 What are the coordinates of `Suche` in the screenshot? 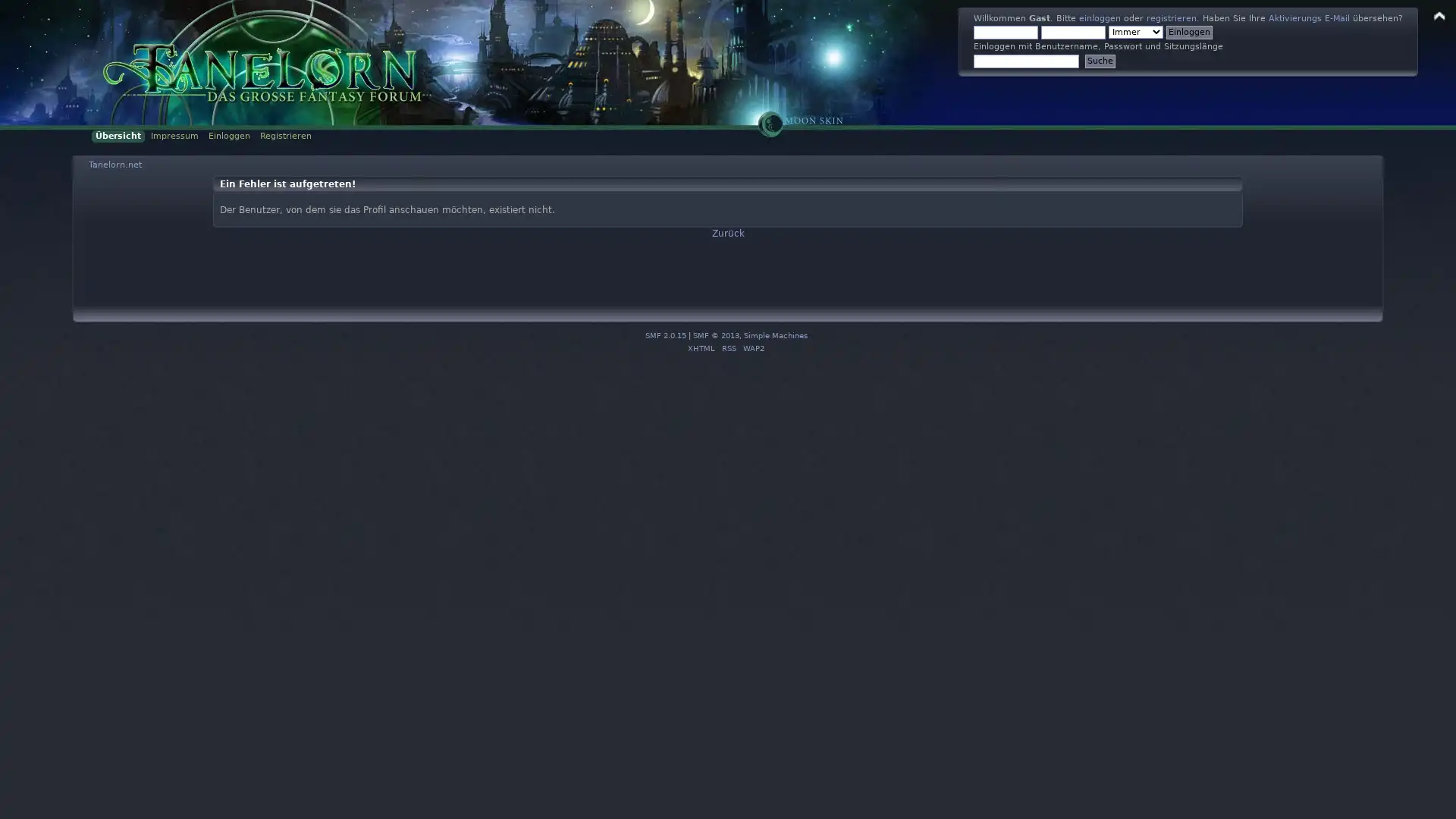 It's located at (1100, 60).